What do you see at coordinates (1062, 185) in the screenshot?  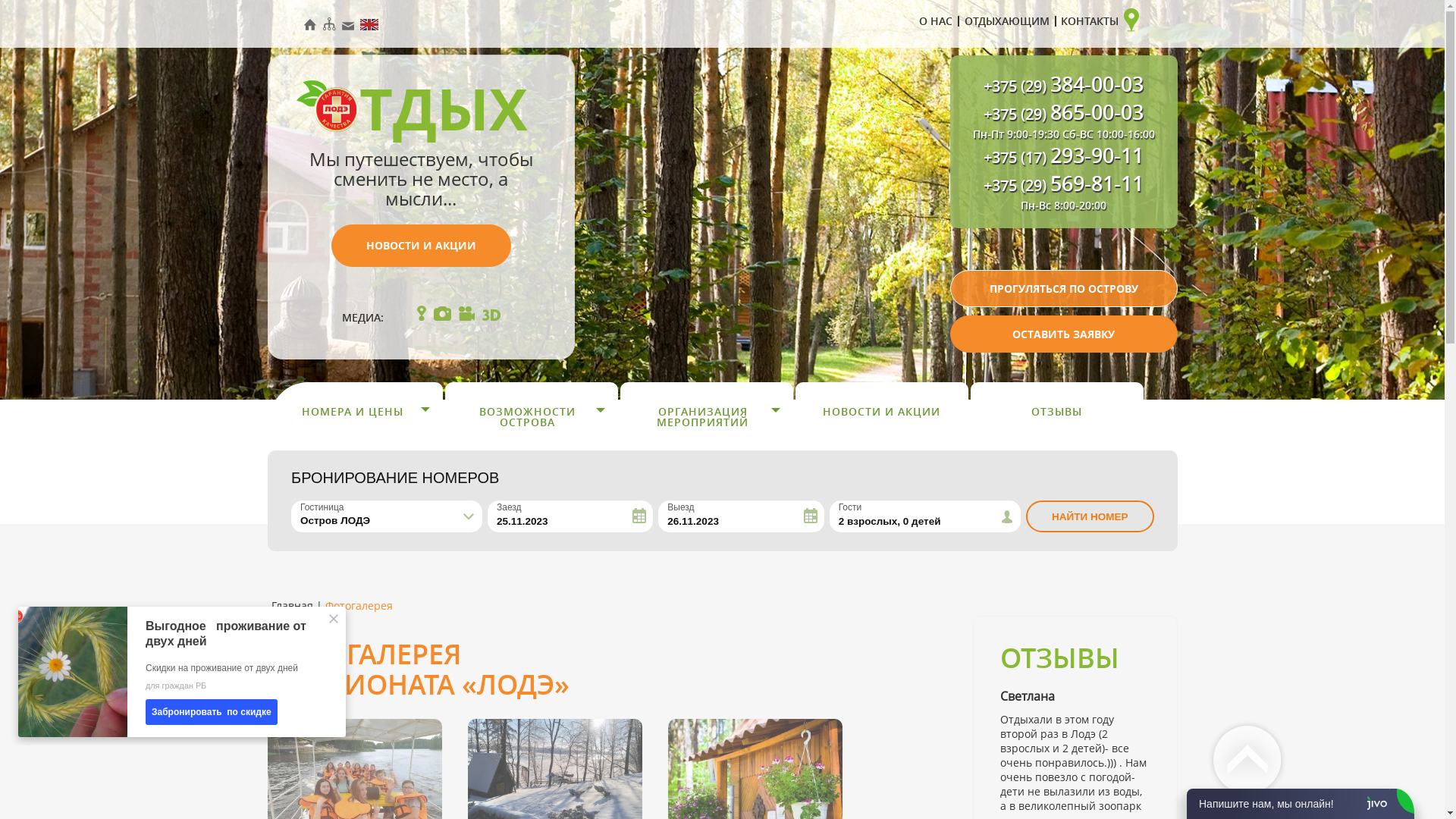 I see `'+375 (29) 569-81-11'` at bounding box center [1062, 185].